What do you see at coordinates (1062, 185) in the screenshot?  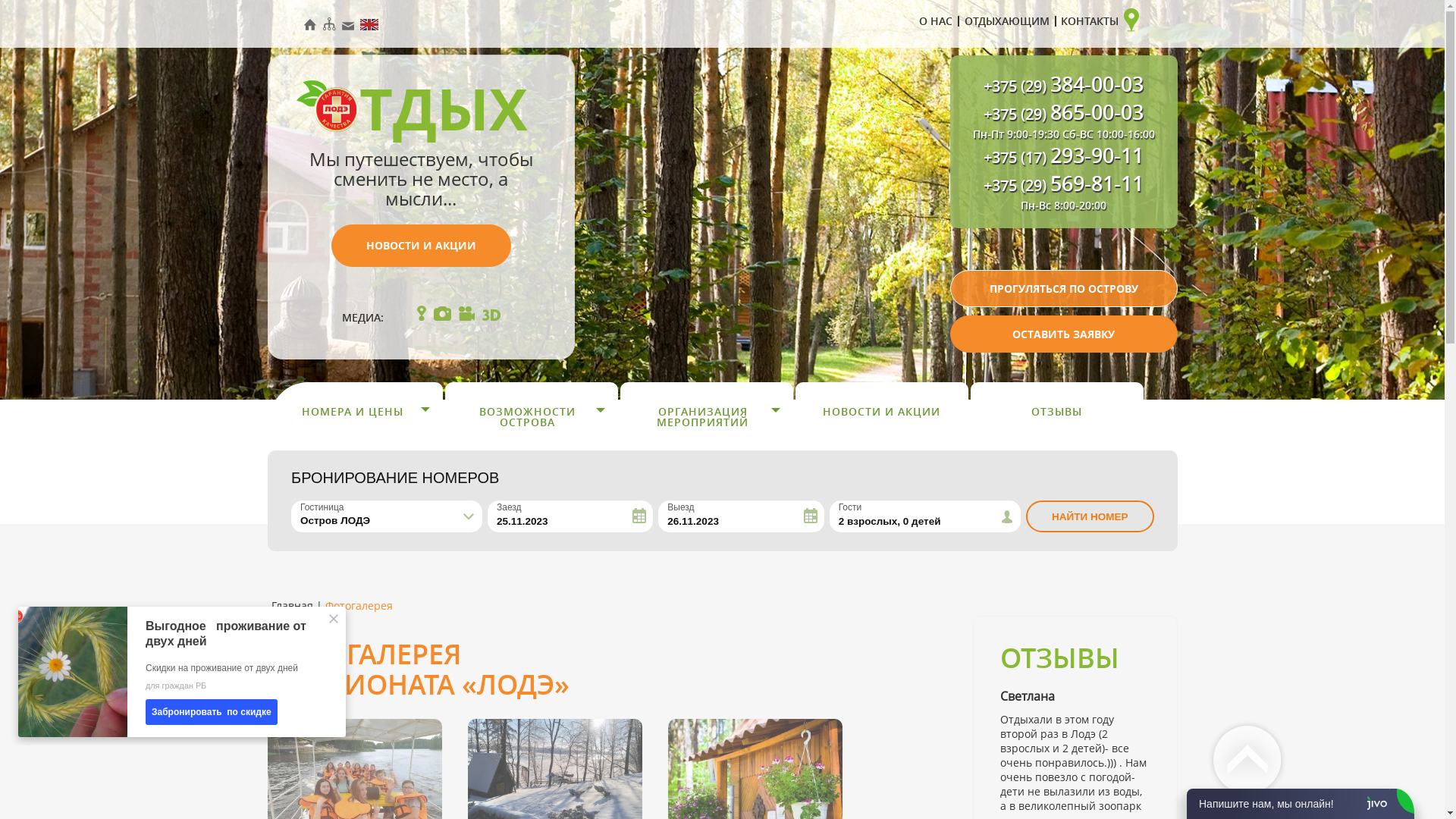 I see `'+375 (29) 569-81-11'` at bounding box center [1062, 185].